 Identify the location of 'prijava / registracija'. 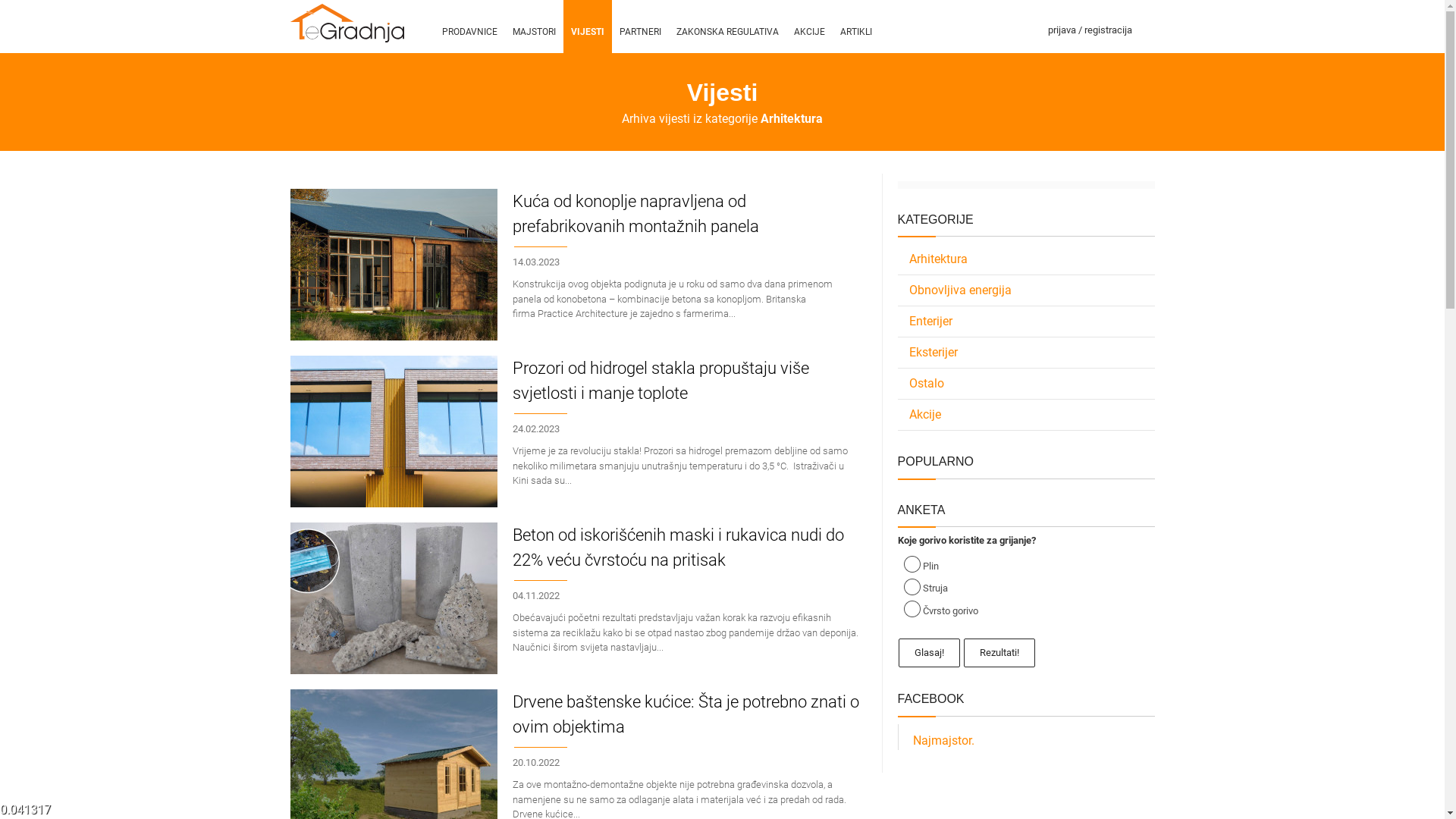
(1089, 26).